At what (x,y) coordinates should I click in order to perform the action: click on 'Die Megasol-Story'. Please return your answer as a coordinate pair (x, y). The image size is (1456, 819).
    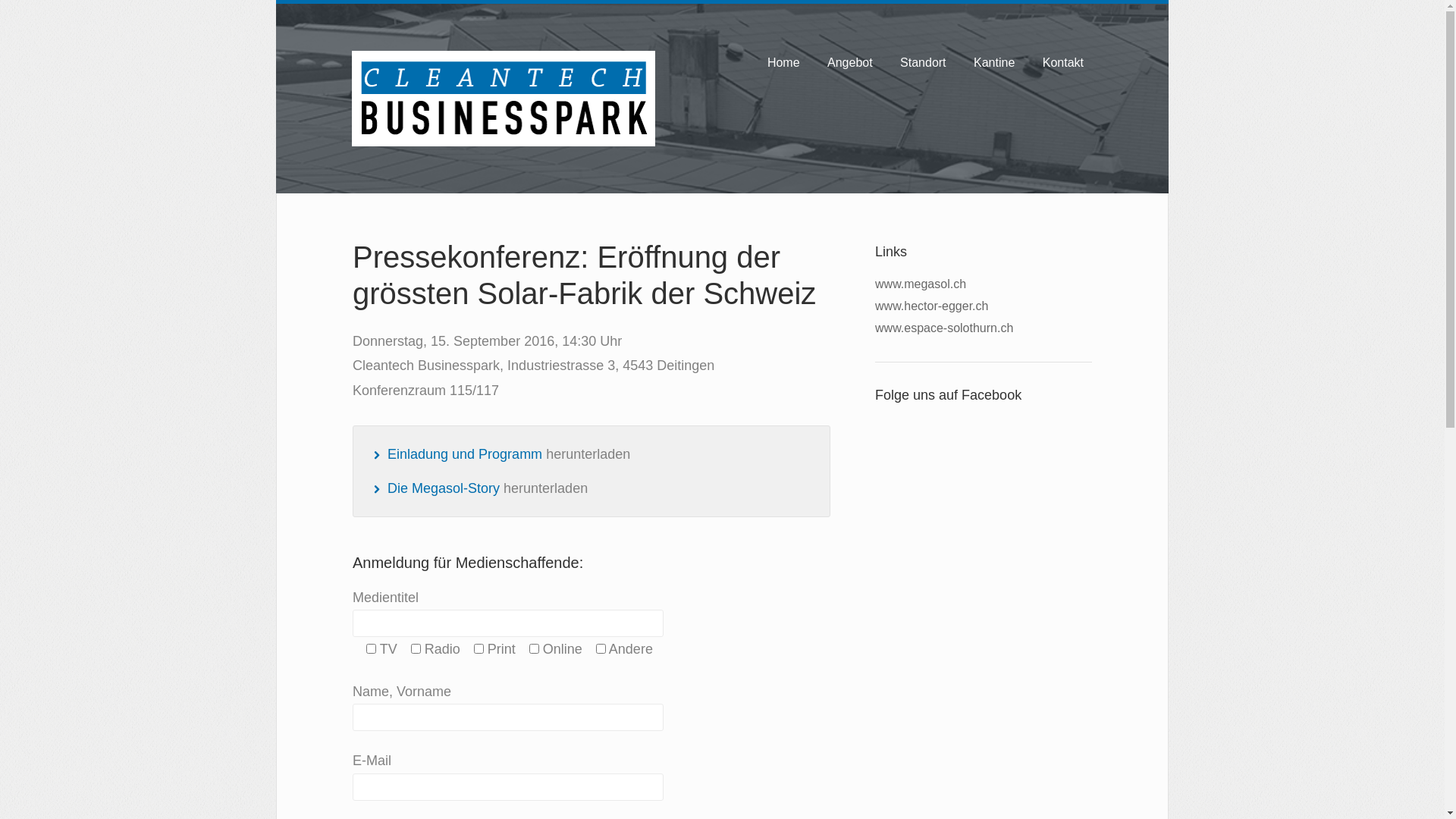
    Looking at the image, I should click on (443, 488).